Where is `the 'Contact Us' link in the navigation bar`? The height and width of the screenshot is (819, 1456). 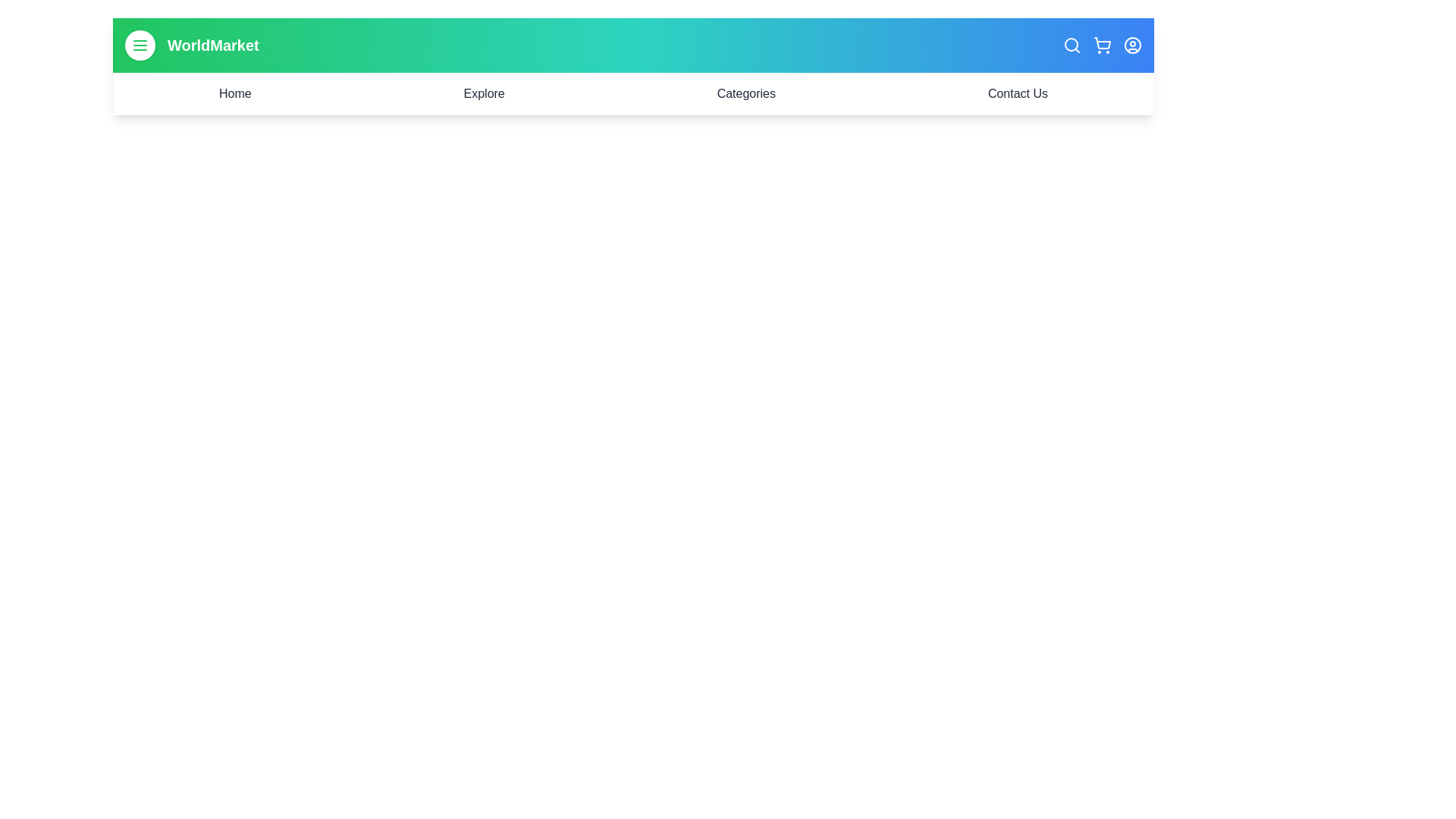 the 'Contact Us' link in the navigation bar is located at coordinates (1018, 93).